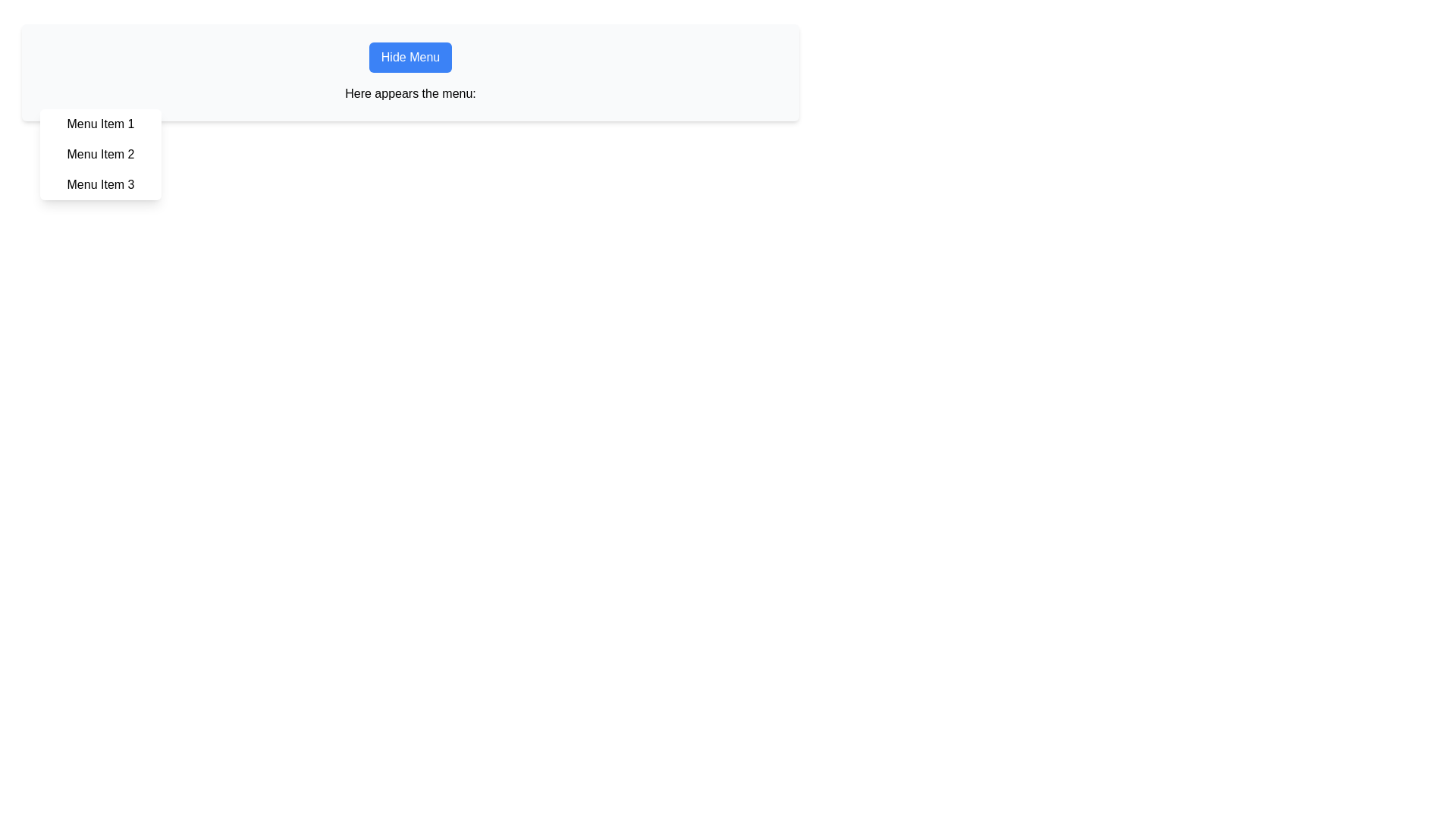 The image size is (1456, 819). I want to click on the menu item labeled 'Menu Item 3', so click(100, 184).